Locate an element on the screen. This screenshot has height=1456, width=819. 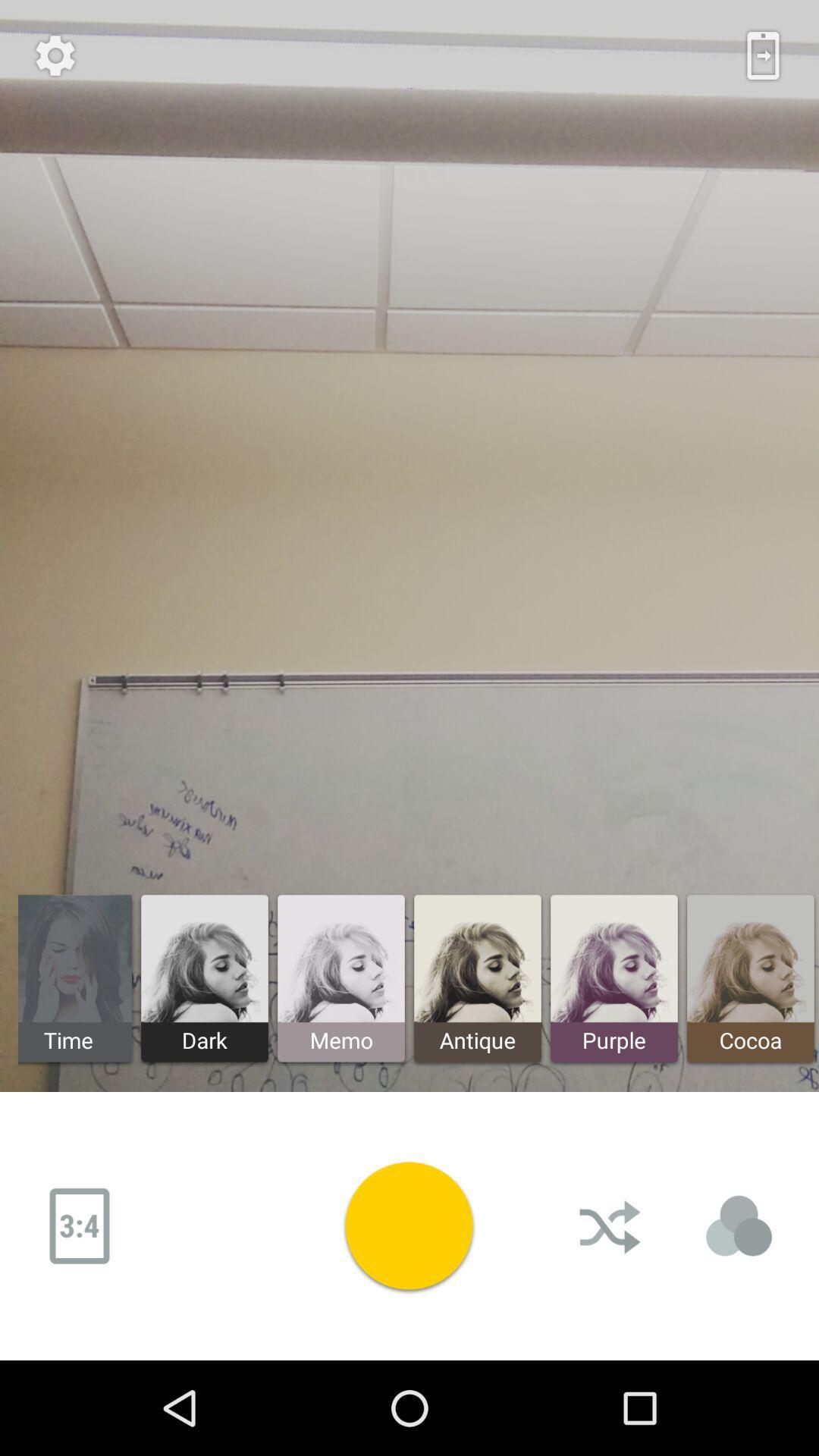
the icon at the top right corner of the page is located at coordinates (763, 55).